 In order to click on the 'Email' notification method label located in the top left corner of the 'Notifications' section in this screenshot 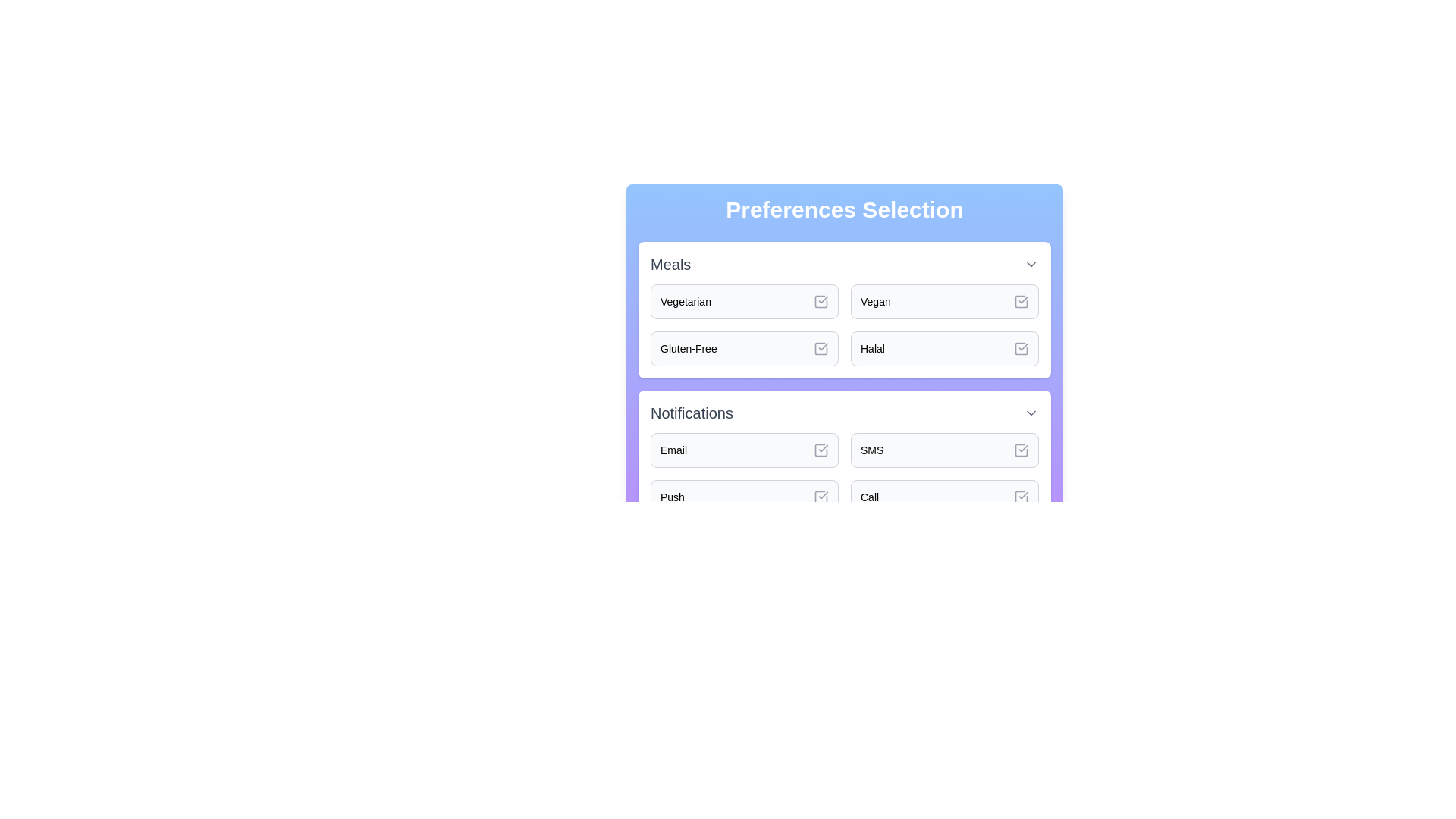, I will do `click(673, 450)`.